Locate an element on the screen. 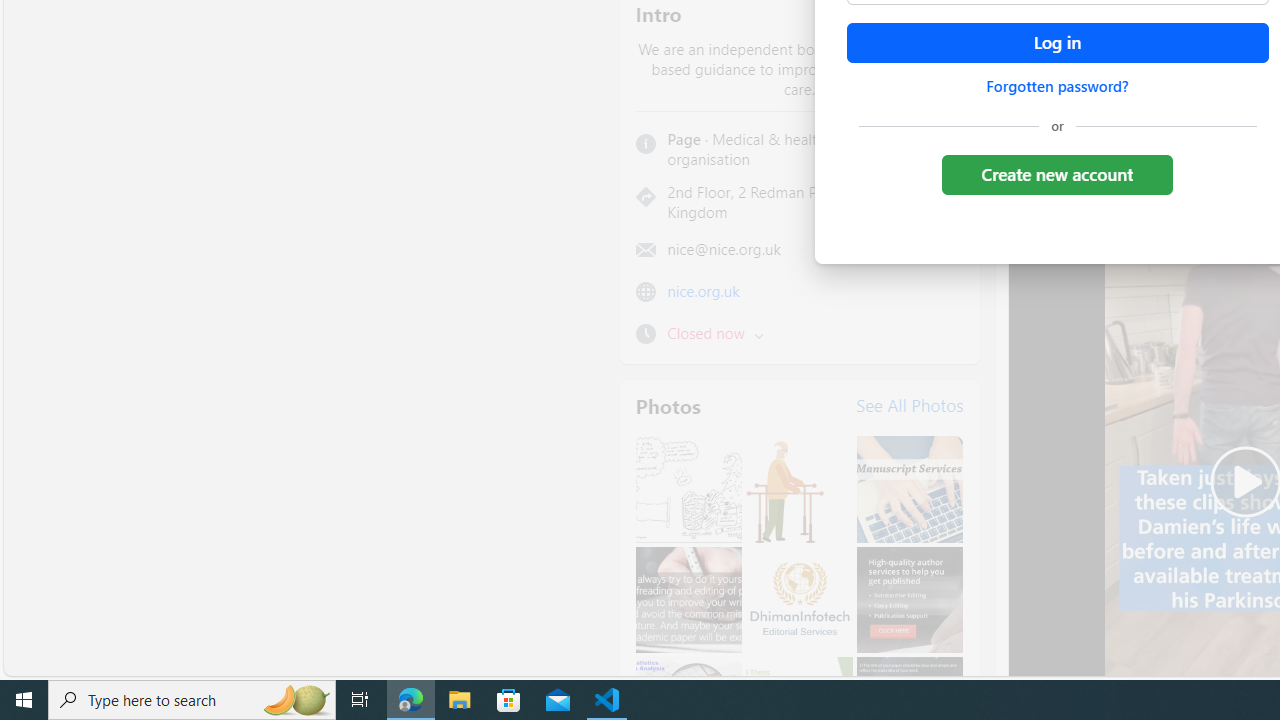 Image resolution: width=1280 pixels, height=720 pixels. 'Forgotten password?' is located at coordinates (1056, 85).